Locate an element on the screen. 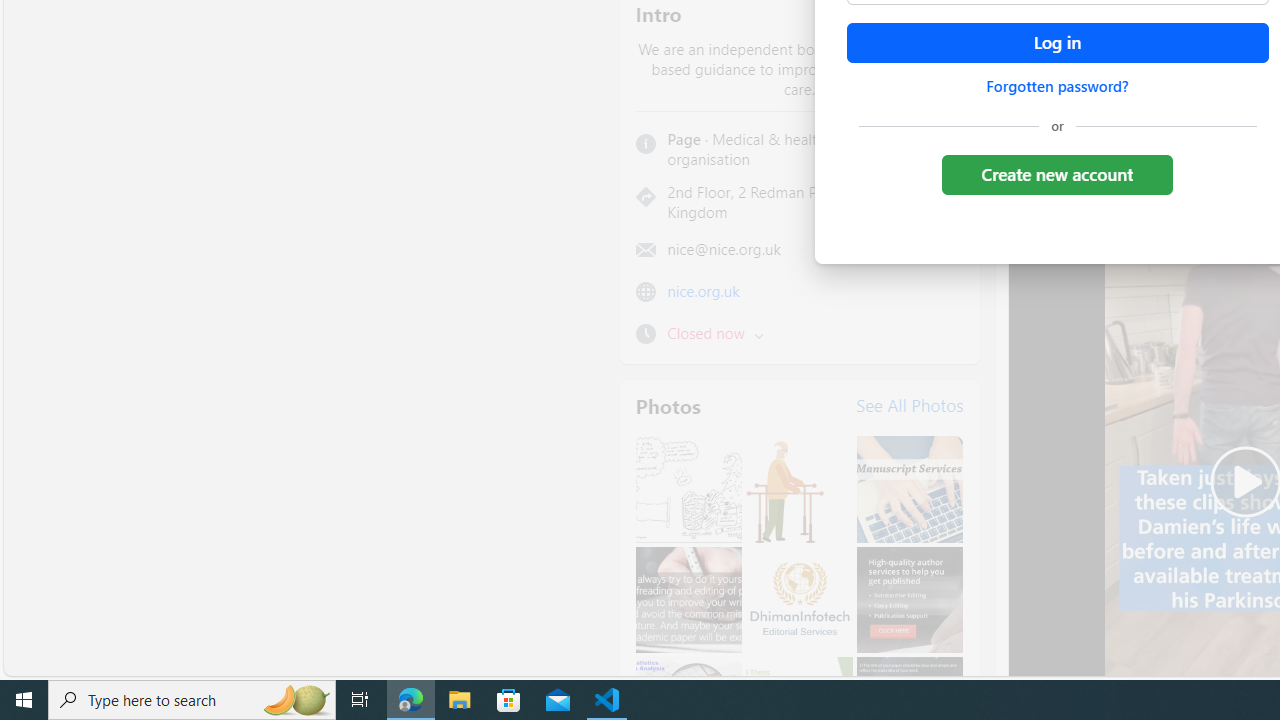 Image resolution: width=1280 pixels, height=720 pixels. 'Forgotten password?' is located at coordinates (1056, 85).